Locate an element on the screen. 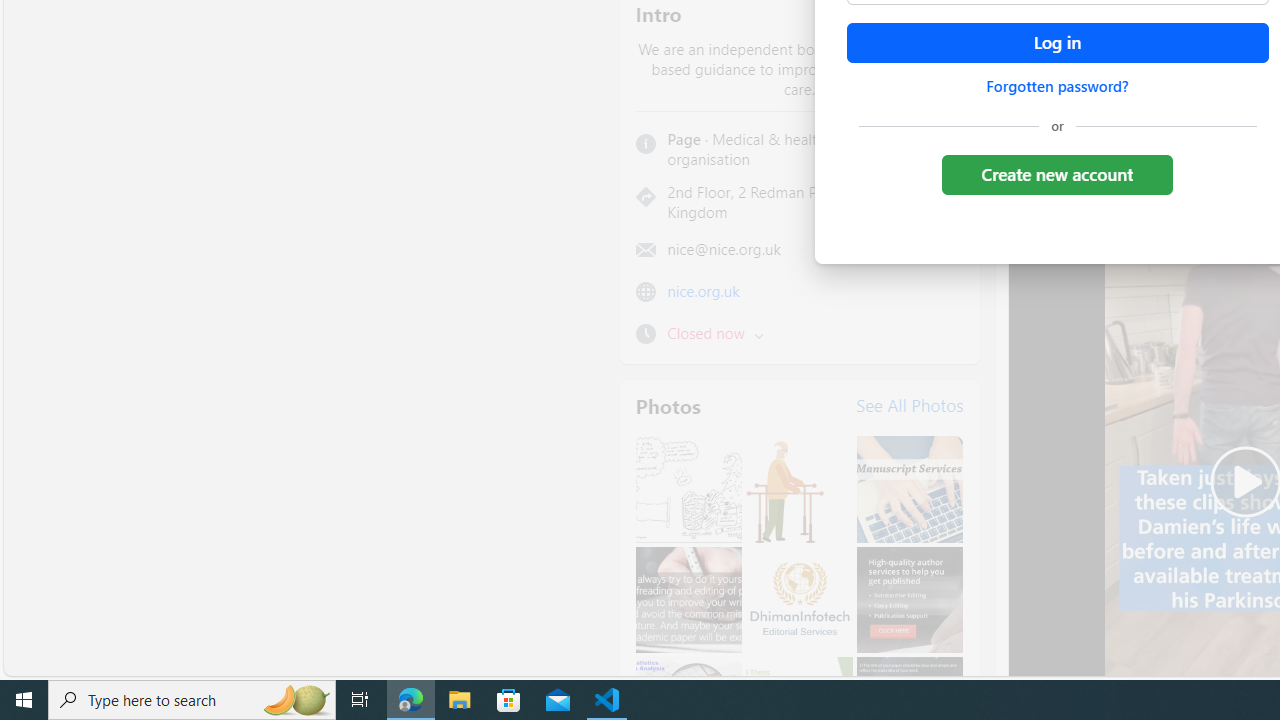 Image resolution: width=1280 pixels, height=720 pixels. 'Forgotten password?' is located at coordinates (1056, 85).